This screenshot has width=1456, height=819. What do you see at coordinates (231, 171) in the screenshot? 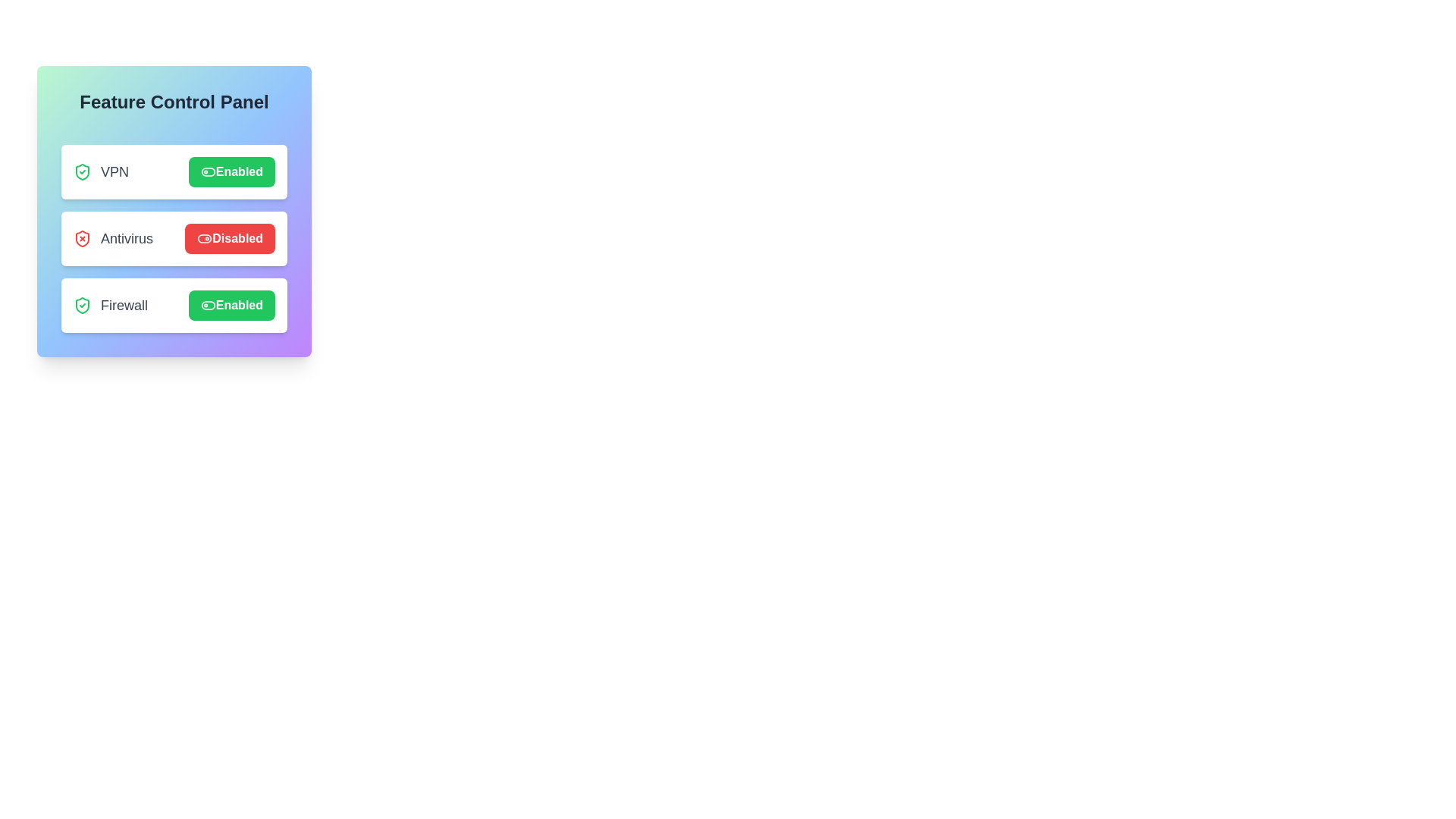
I see `the VPN button to observe visual changes` at bounding box center [231, 171].